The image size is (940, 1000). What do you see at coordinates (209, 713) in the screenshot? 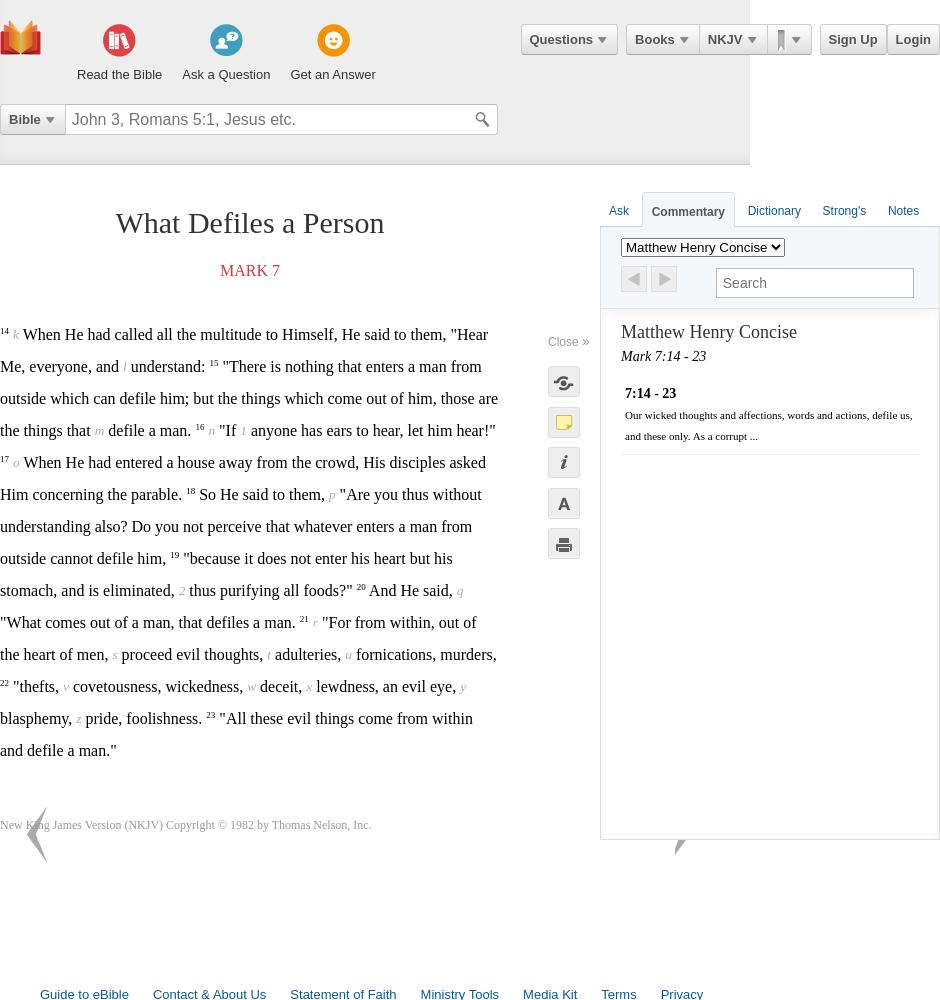
I see `'23'` at bounding box center [209, 713].